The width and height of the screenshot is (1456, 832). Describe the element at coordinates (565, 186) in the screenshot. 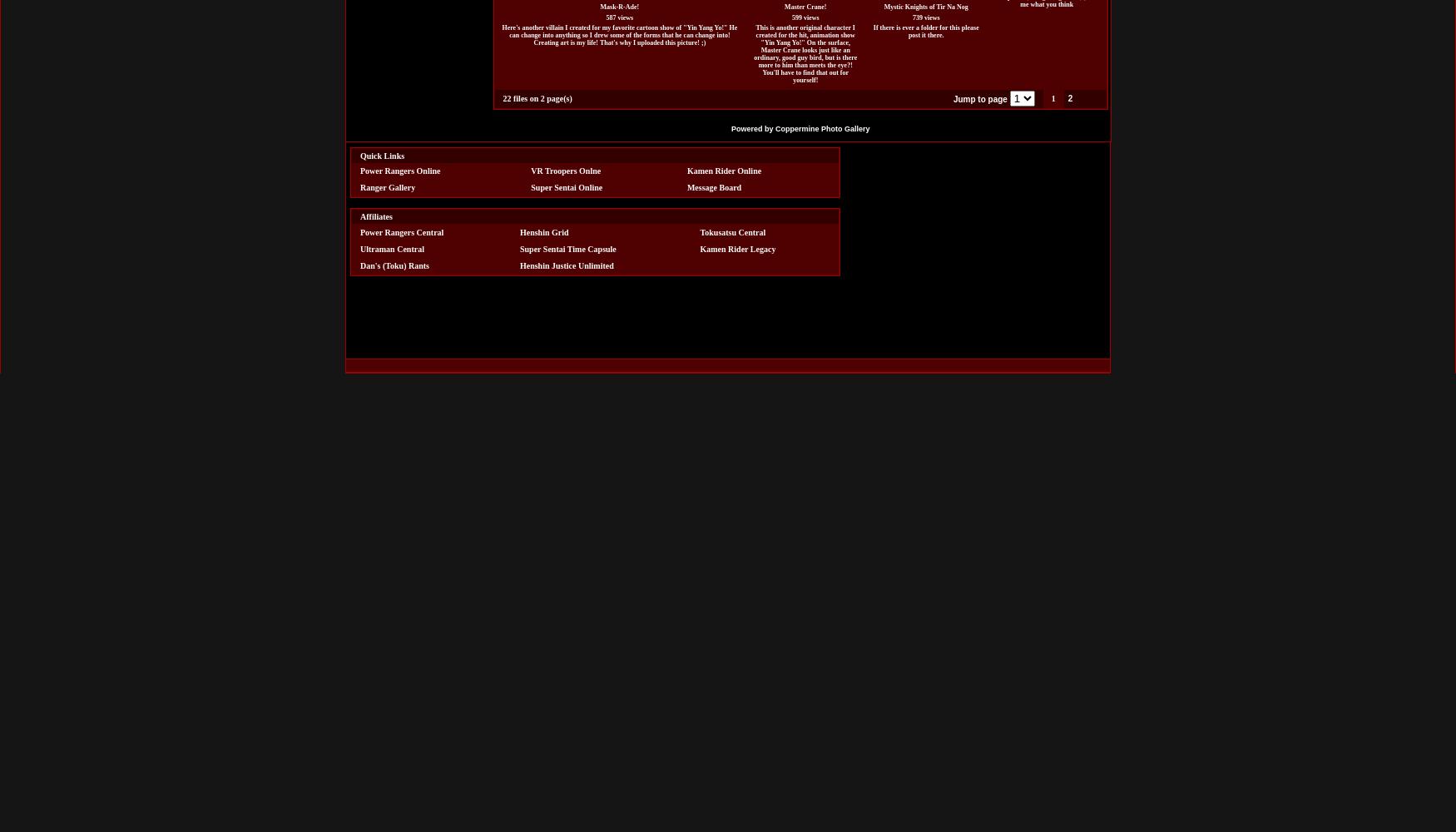

I see `'Super Sentai Online'` at that location.